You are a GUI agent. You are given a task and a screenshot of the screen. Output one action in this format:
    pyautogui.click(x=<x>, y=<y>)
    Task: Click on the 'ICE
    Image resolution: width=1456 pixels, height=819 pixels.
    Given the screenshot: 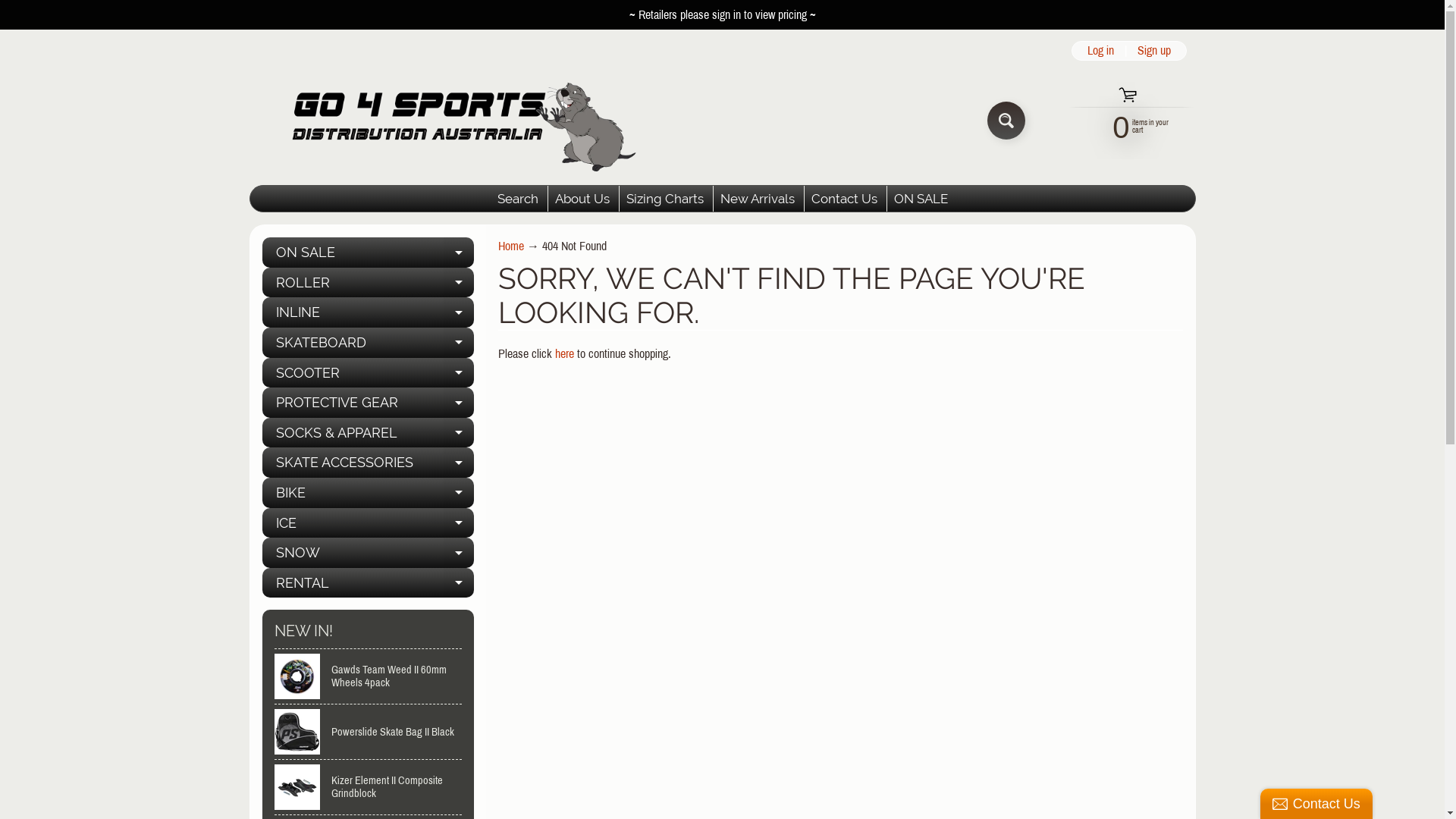 What is the action you would take?
    pyautogui.click(x=368, y=522)
    